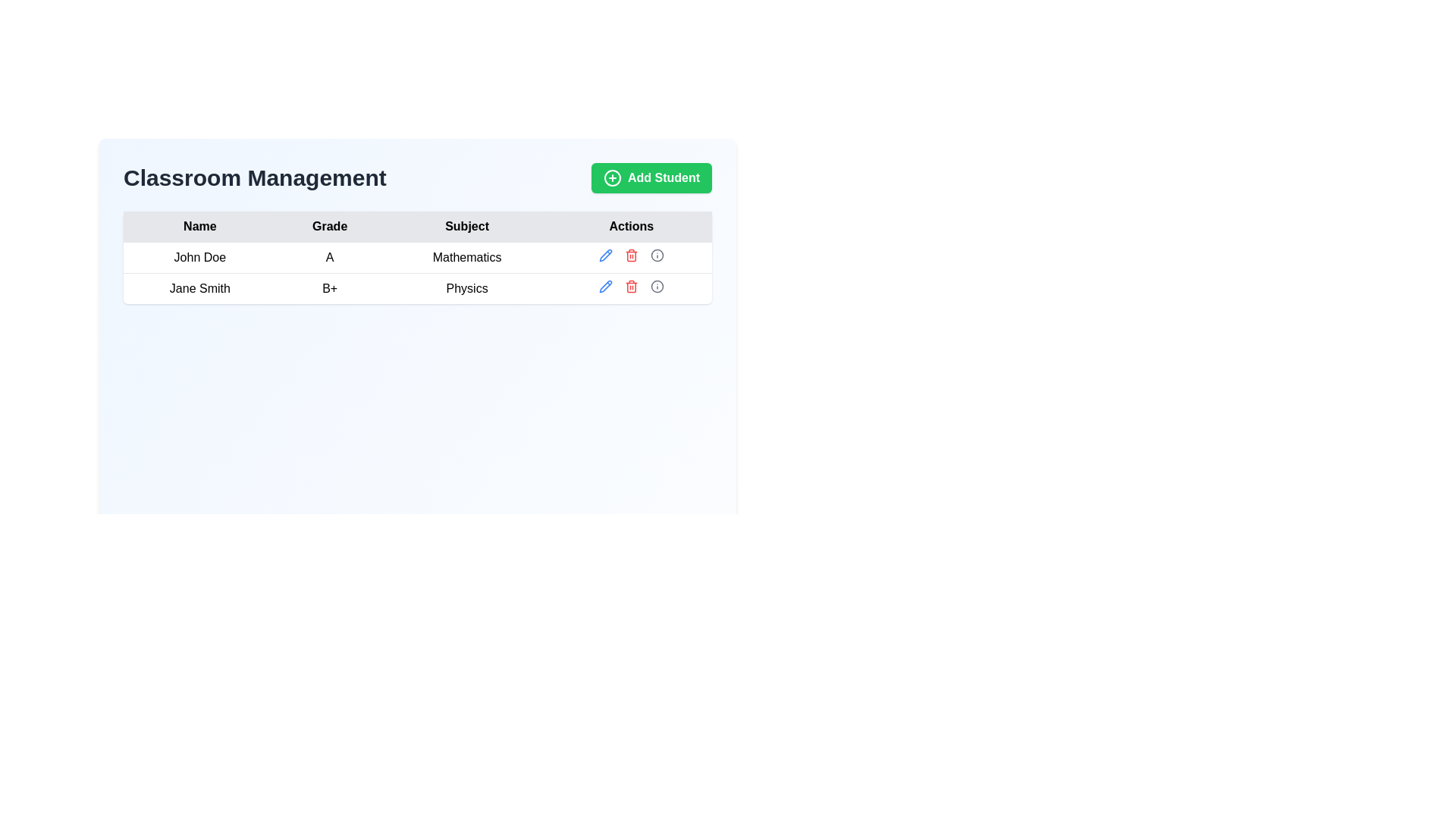 The height and width of the screenshot is (819, 1456). I want to click on label in the third column header of the table, which provides a heading for the data entries below, positioned between 'Grade' and 'Actions' under 'Classroom Management', so click(466, 227).